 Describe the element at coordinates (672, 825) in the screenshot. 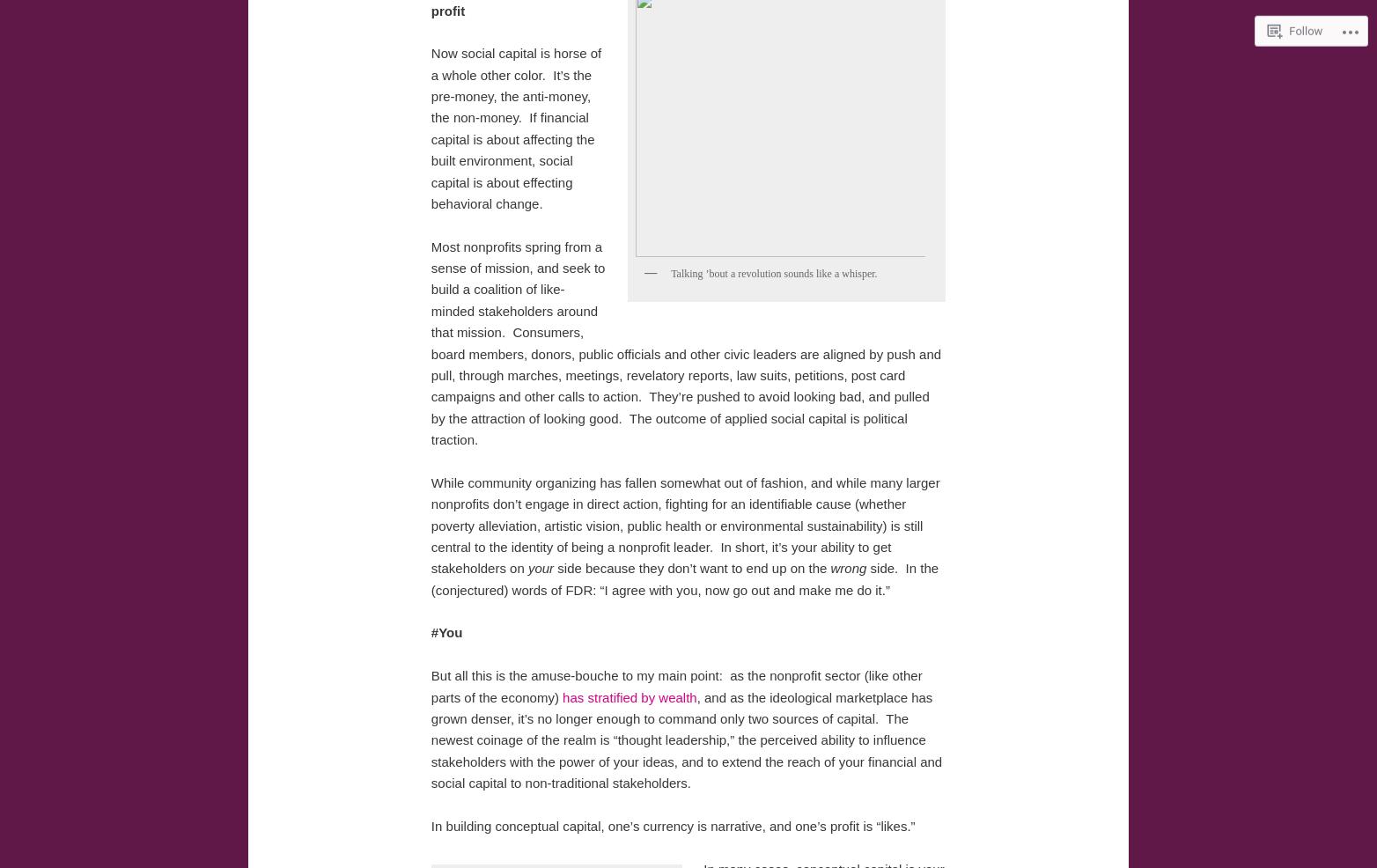

I see `'In building conceptual capital, one’s currency is narrative, and one’s profit is “likes.”'` at that location.